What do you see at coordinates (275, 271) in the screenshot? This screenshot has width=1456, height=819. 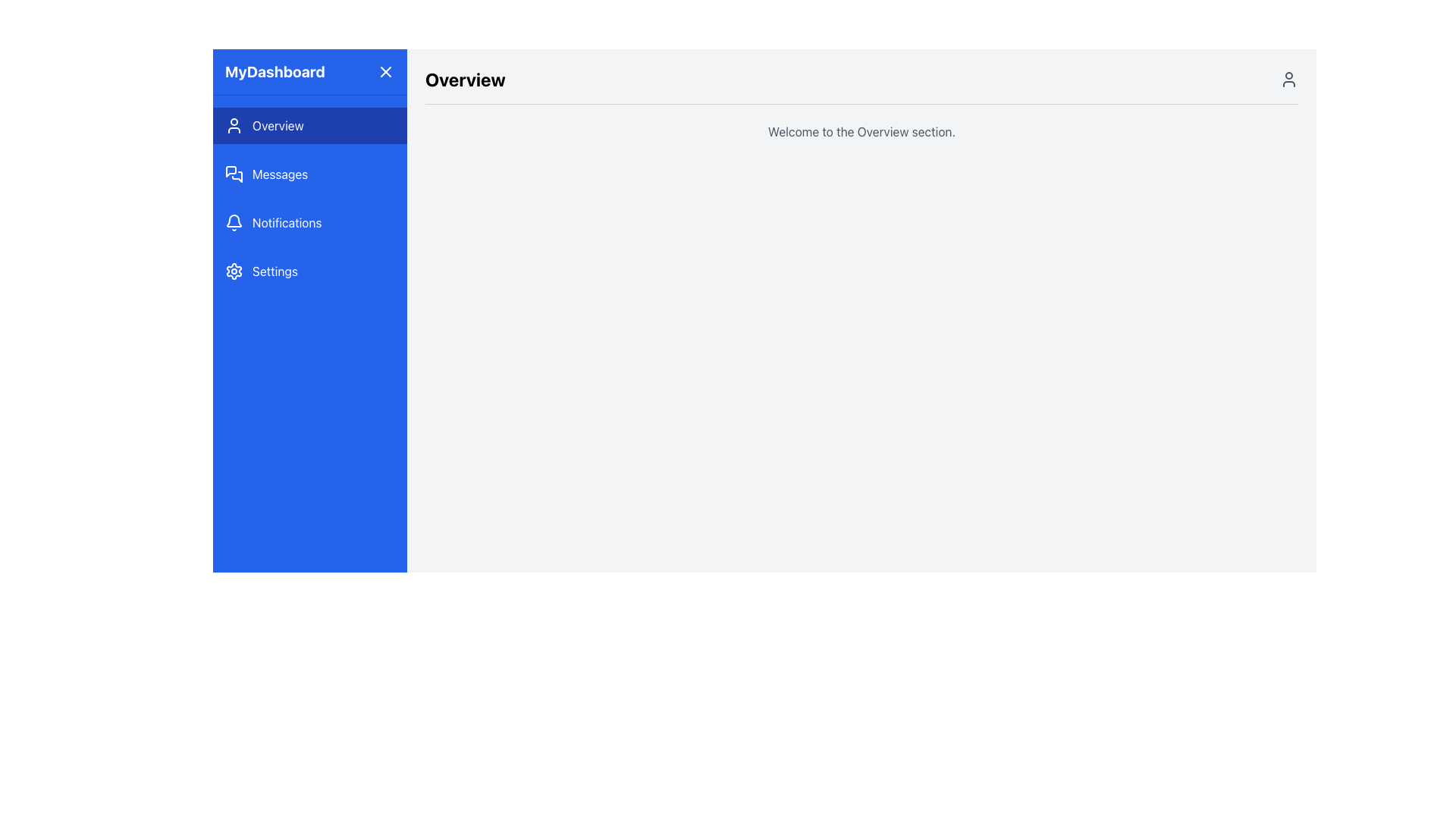 I see `the 'Settings' text label located under the 'Notifications' option in the vertical navigation menu` at bounding box center [275, 271].